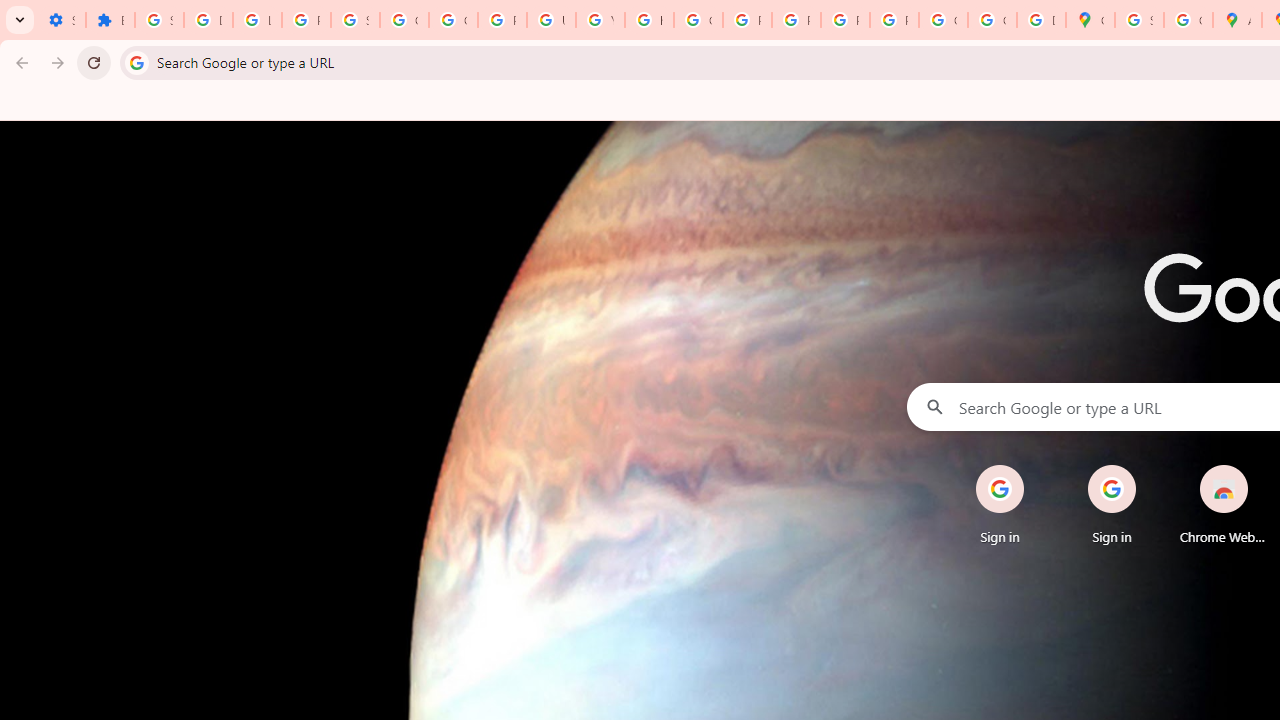  What do you see at coordinates (1188, 20) in the screenshot?
I see `'Create your Google Account'` at bounding box center [1188, 20].